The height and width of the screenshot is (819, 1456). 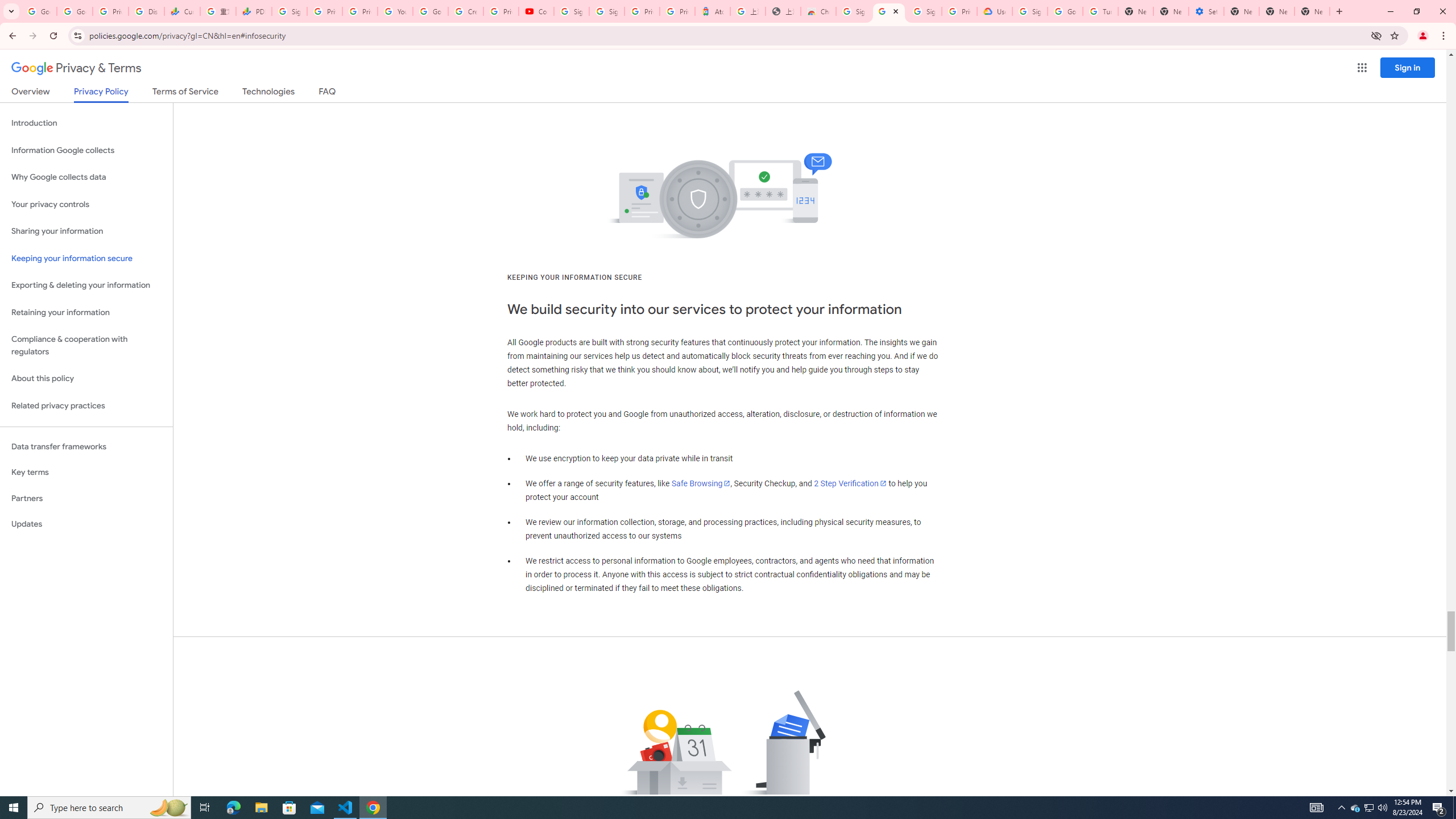 What do you see at coordinates (86, 405) in the screenshot?
I see `'Related privacy practices'` at bounding box center [86, 405].